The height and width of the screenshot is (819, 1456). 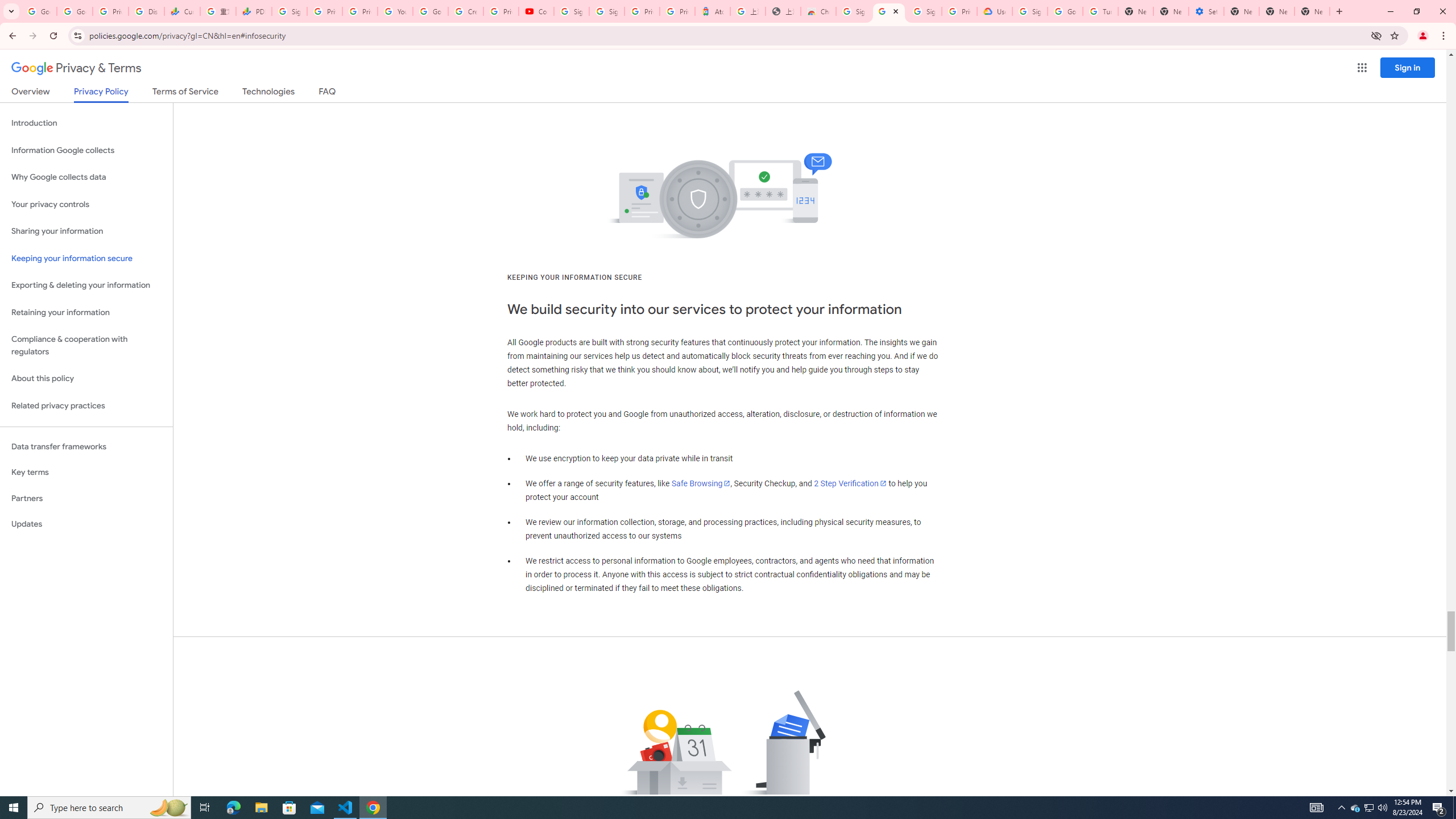 What do you see at coordinates (86, 405) in the screenshot?
I see `'Related privacy practices'` at bounding box center [86, 405].